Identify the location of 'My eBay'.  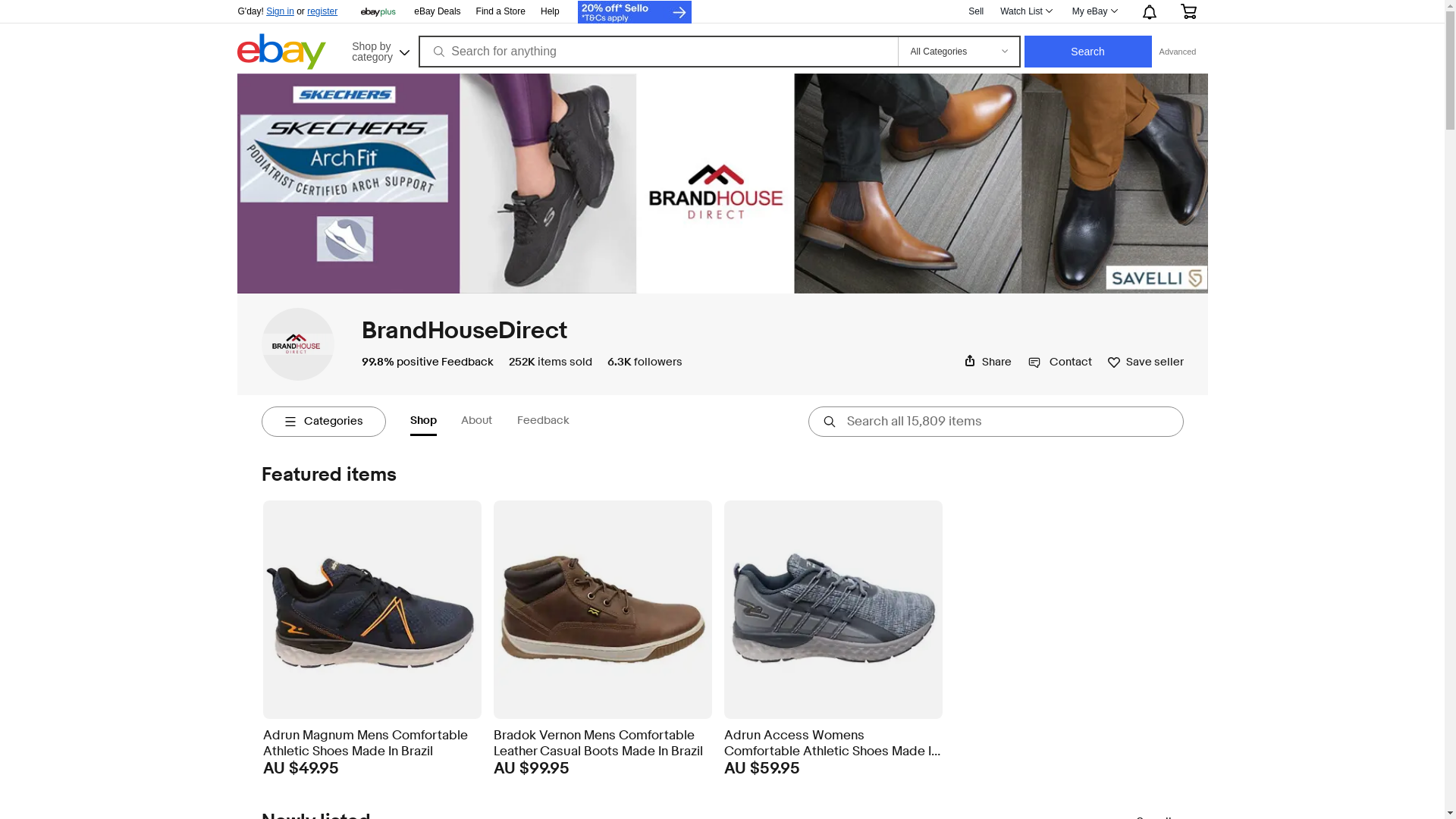
(1094, 11).